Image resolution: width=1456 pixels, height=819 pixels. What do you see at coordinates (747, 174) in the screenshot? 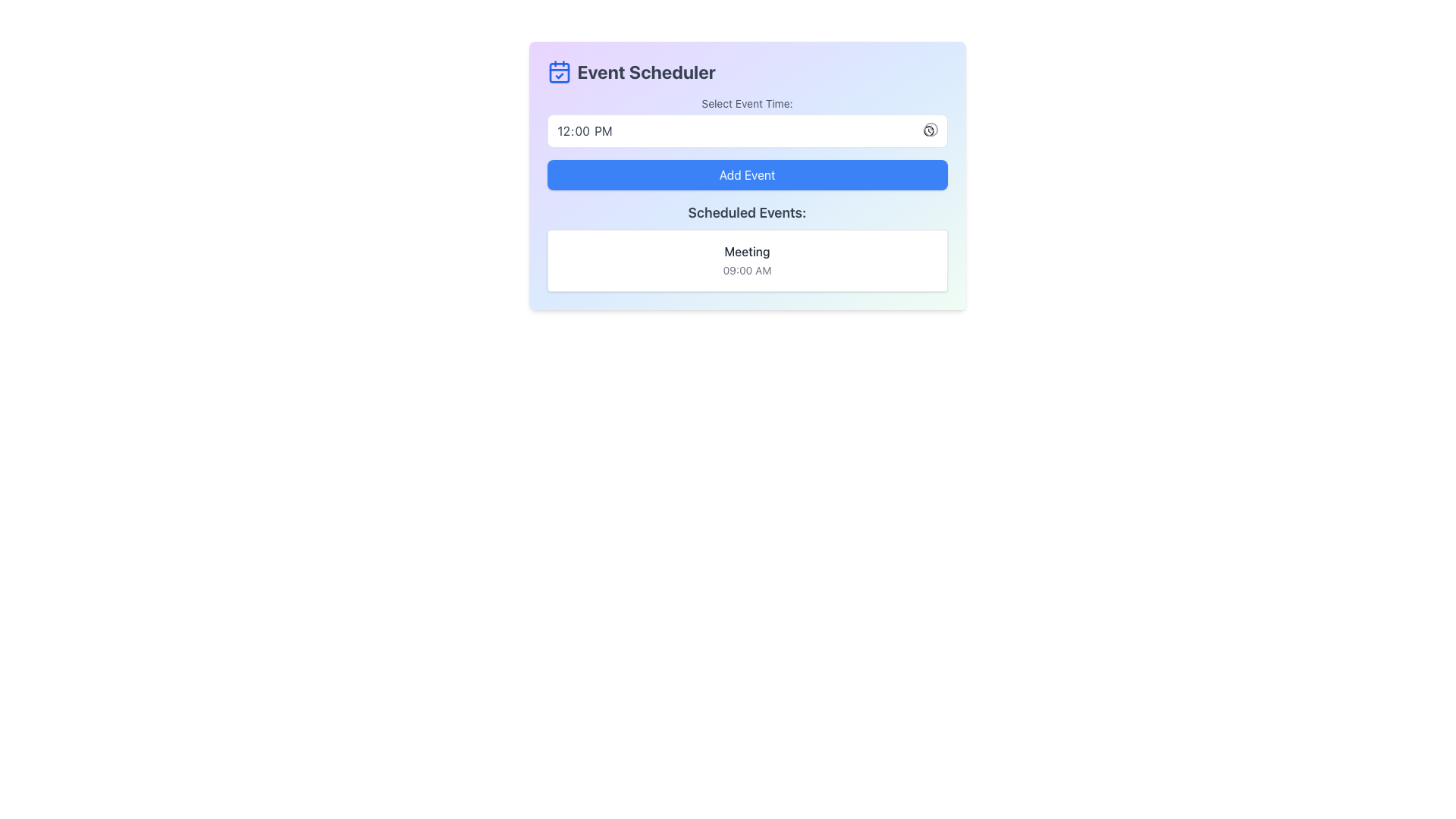
I see `the 'Add Event' button, which is a wide rectangular button with rounded edges, styled in vivid blue with white centered text, to visualize its hover effect` at bounding box center [747, 174].